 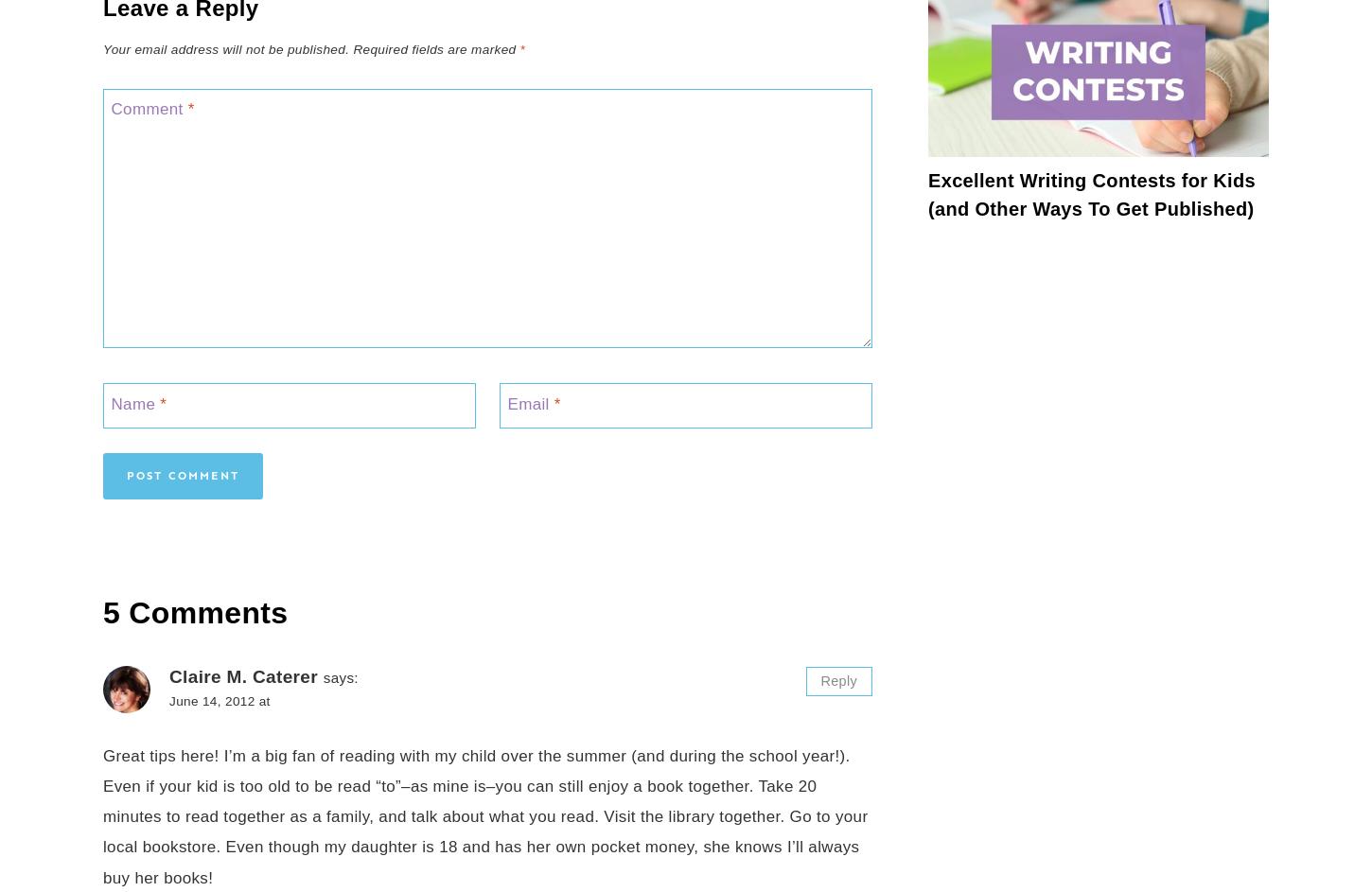 What do you see at coordinates (148, 109) in the screenshot?
I see `'Comment'` at bounding box center [148, 109].